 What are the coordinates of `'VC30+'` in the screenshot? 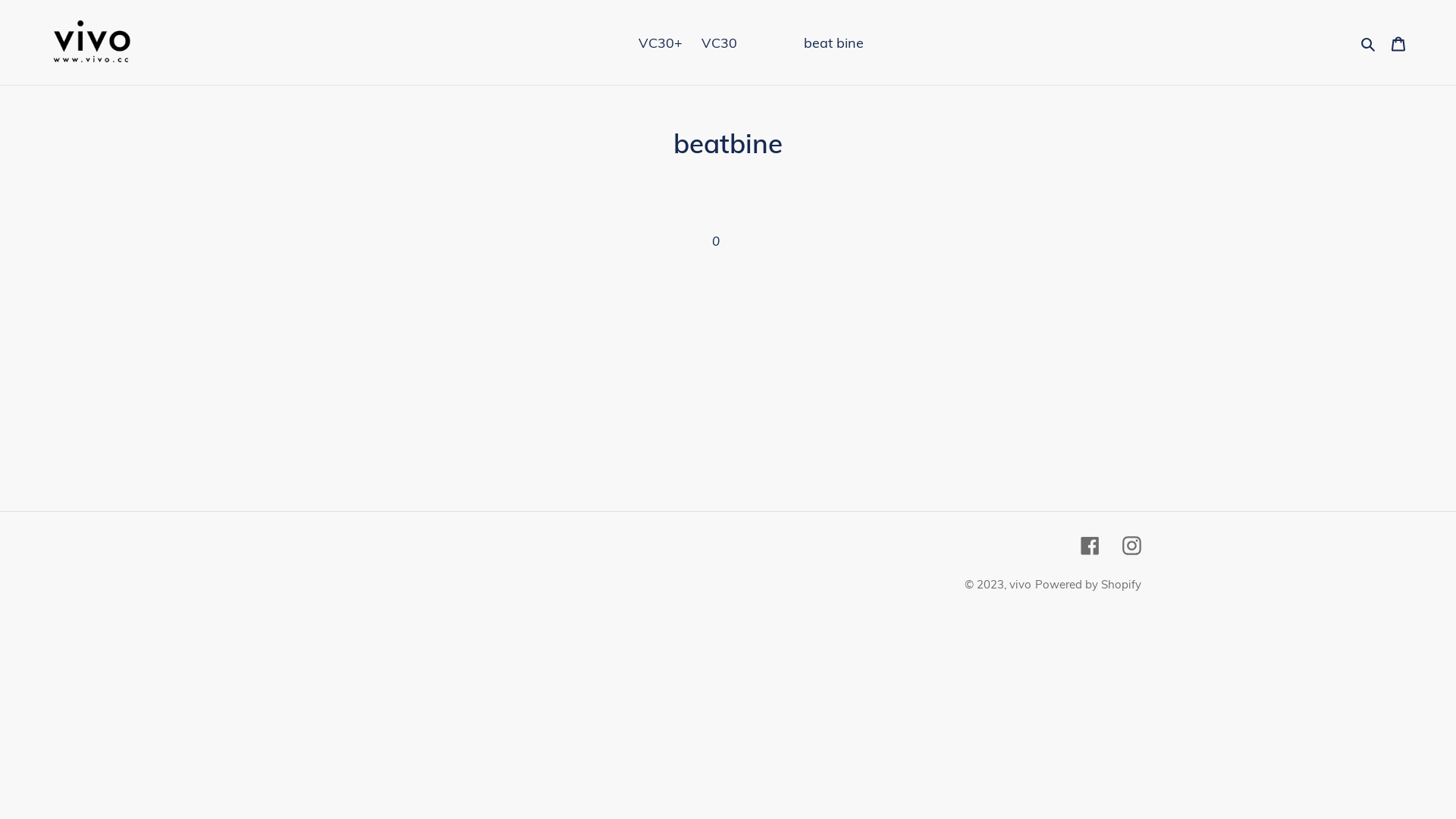 It's located at (660, 42).